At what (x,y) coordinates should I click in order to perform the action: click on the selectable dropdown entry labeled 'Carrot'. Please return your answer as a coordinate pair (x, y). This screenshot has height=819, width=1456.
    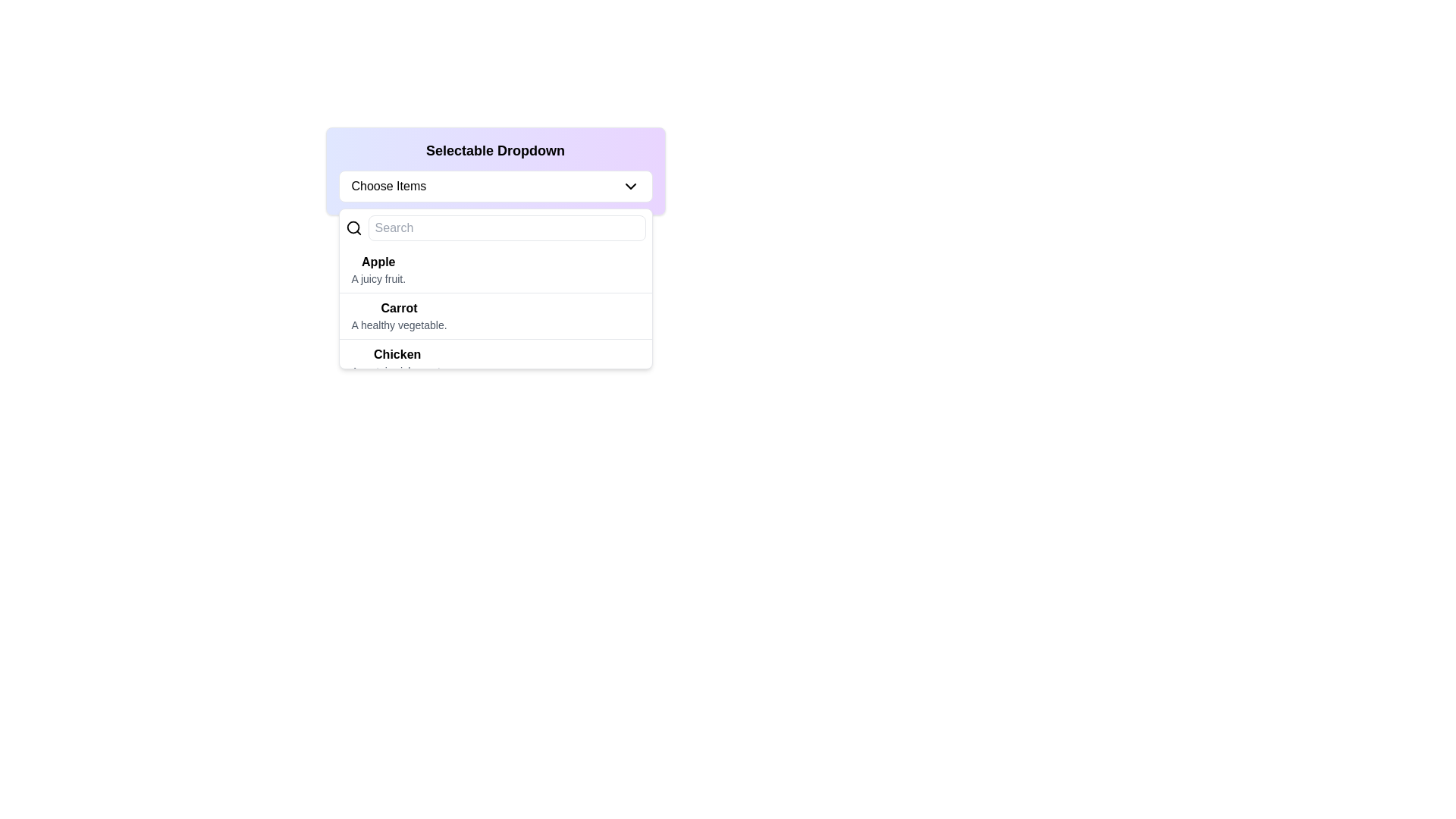
    Looking at the image, I should click on (495, 307).